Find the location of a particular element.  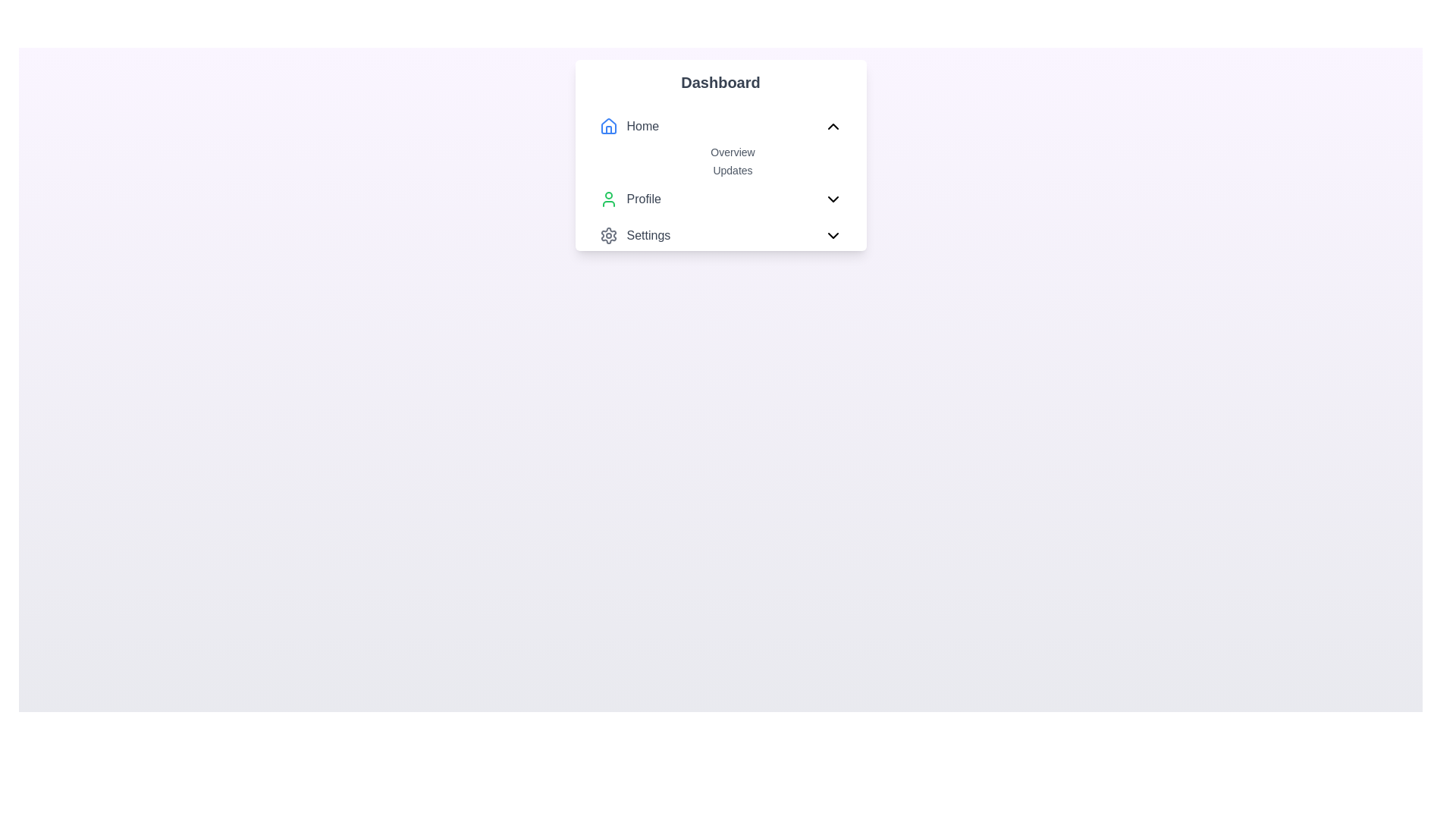

the 'Settings' text label, which is the third item in the menu after 'Home' and 'Profile' is located at coordinates (648, 236).